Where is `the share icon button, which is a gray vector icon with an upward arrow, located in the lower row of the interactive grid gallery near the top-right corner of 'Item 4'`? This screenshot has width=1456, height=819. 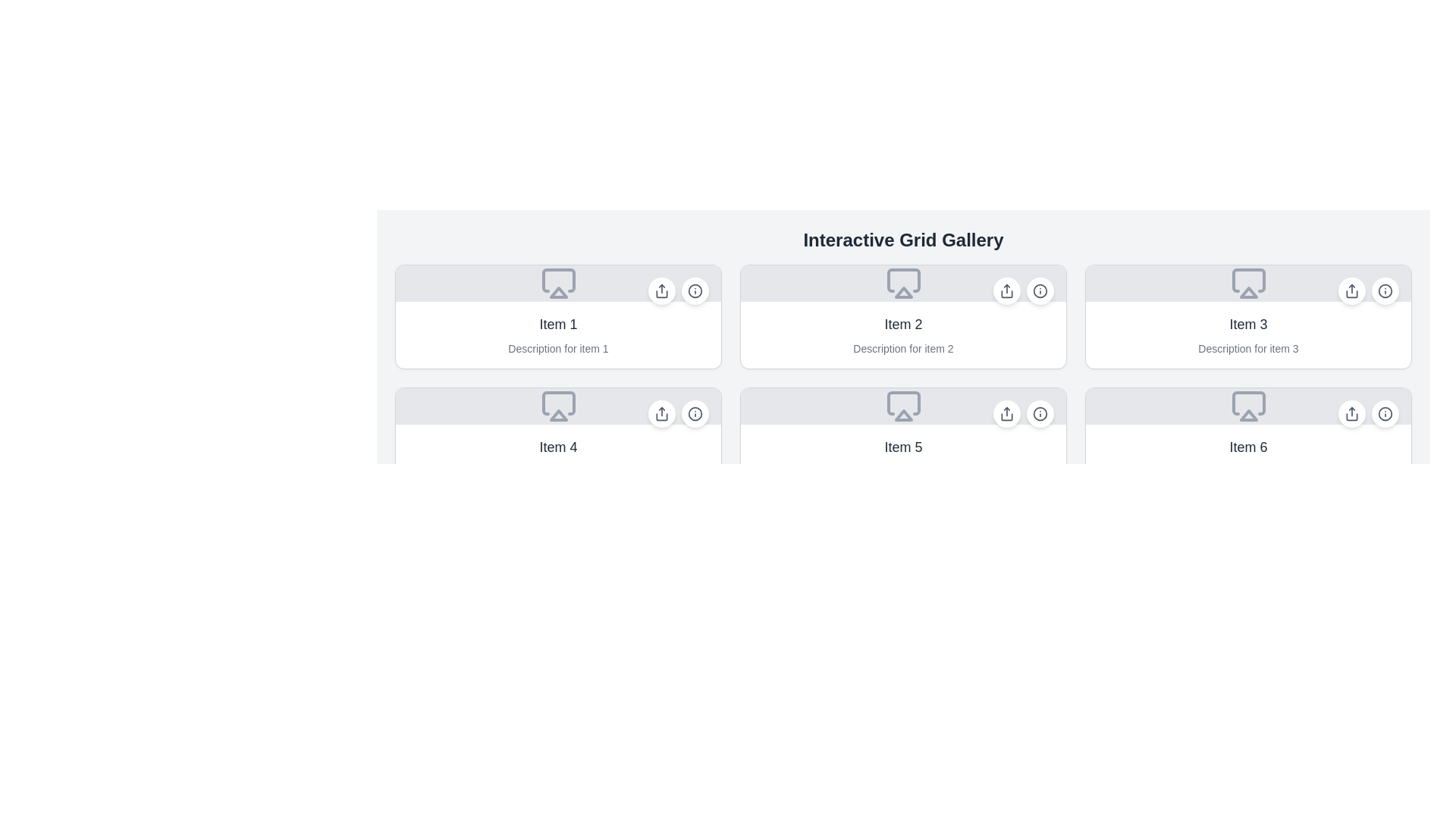
the share icon button, which is a gray vector icon with an upward arrow, located in the lower row of the interactive grid gallery near the top-right corner of 'Item 4' is located at coordinates (662, 414).